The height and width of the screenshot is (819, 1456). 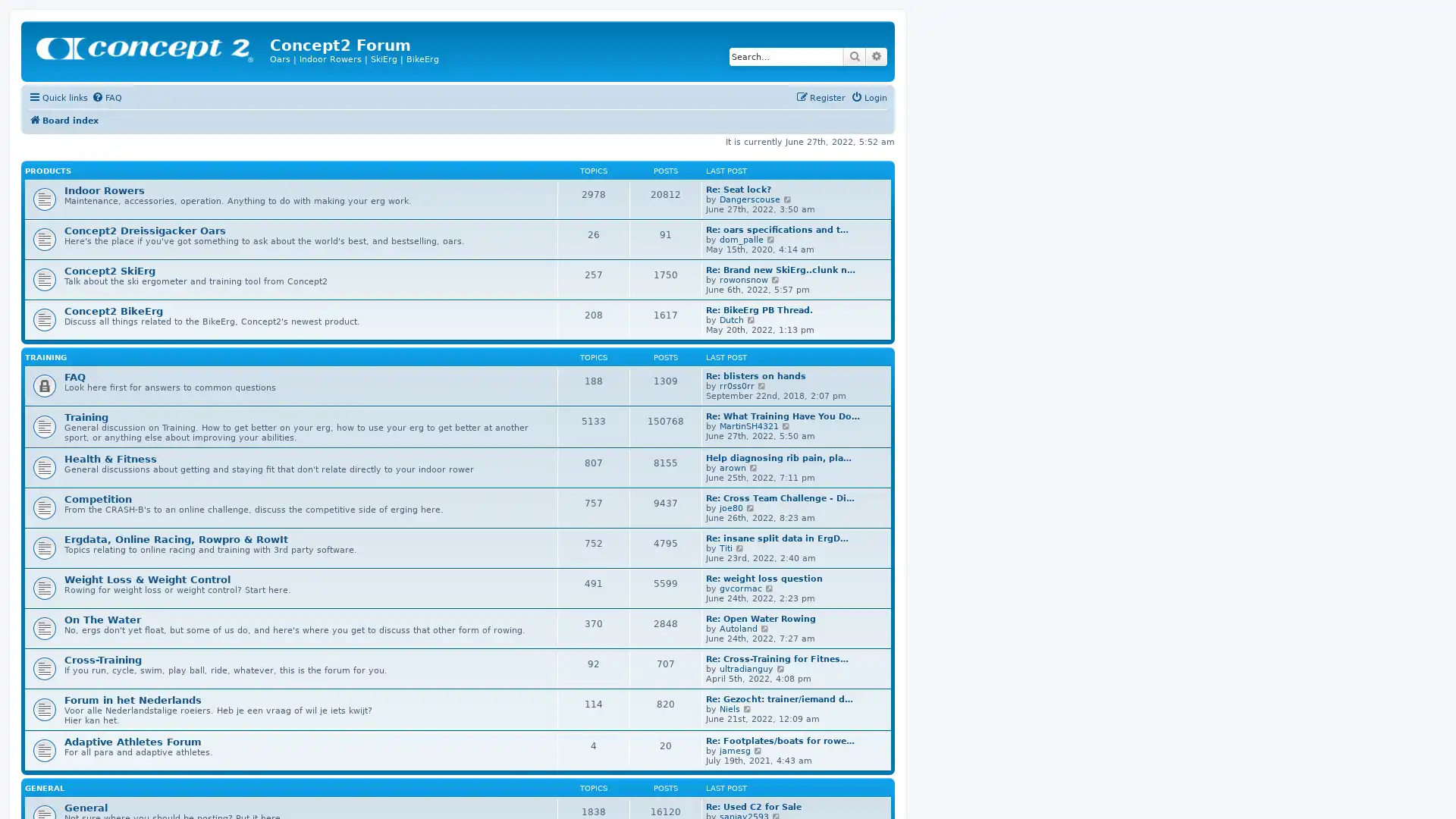 What do you see at coordinates (855, 55) in the screenshot?
I see `Search` at bounding box center [855, 55].